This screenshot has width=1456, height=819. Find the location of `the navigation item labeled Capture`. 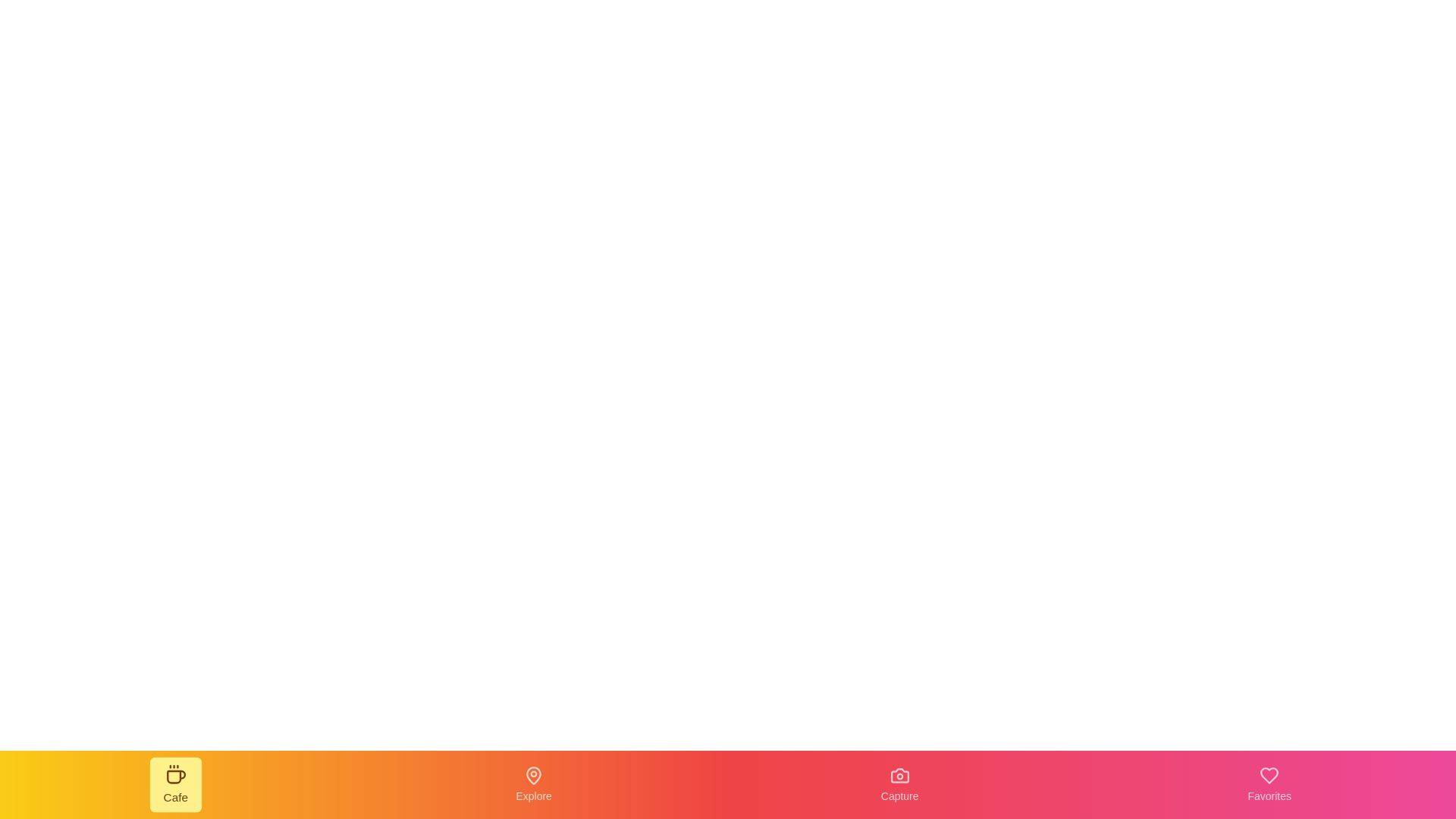

the navigation item labeled Capture is located at coordinates (899, 784).